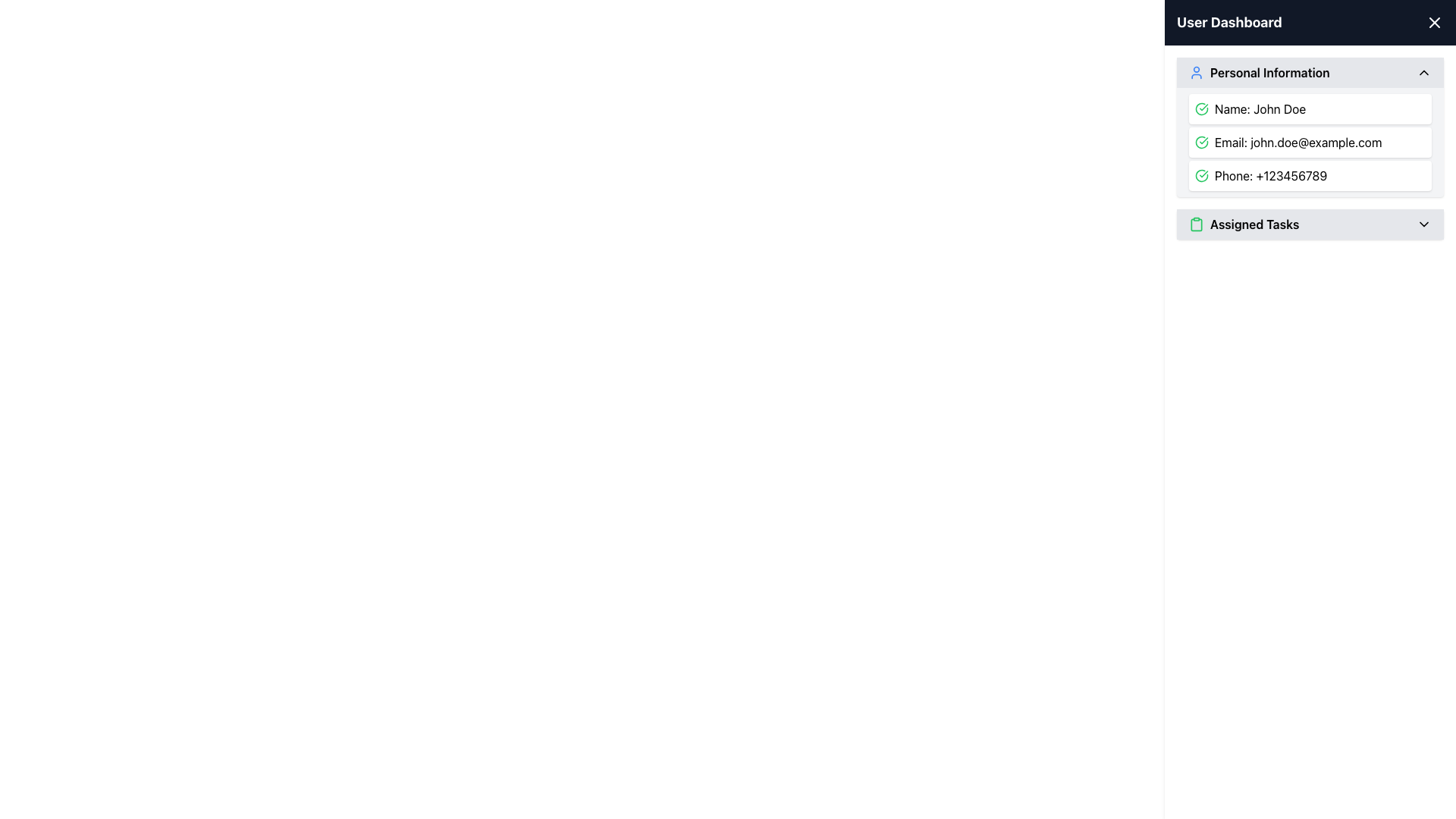  Describe the element at coordinates (1271, 174) in the screenshot. I see `the Text Label displaying the user's phone number, which is located below the 'Name: John Doe' and 'Email: john.doe@example.com' fields in the 'Personal Information' section` at that location.